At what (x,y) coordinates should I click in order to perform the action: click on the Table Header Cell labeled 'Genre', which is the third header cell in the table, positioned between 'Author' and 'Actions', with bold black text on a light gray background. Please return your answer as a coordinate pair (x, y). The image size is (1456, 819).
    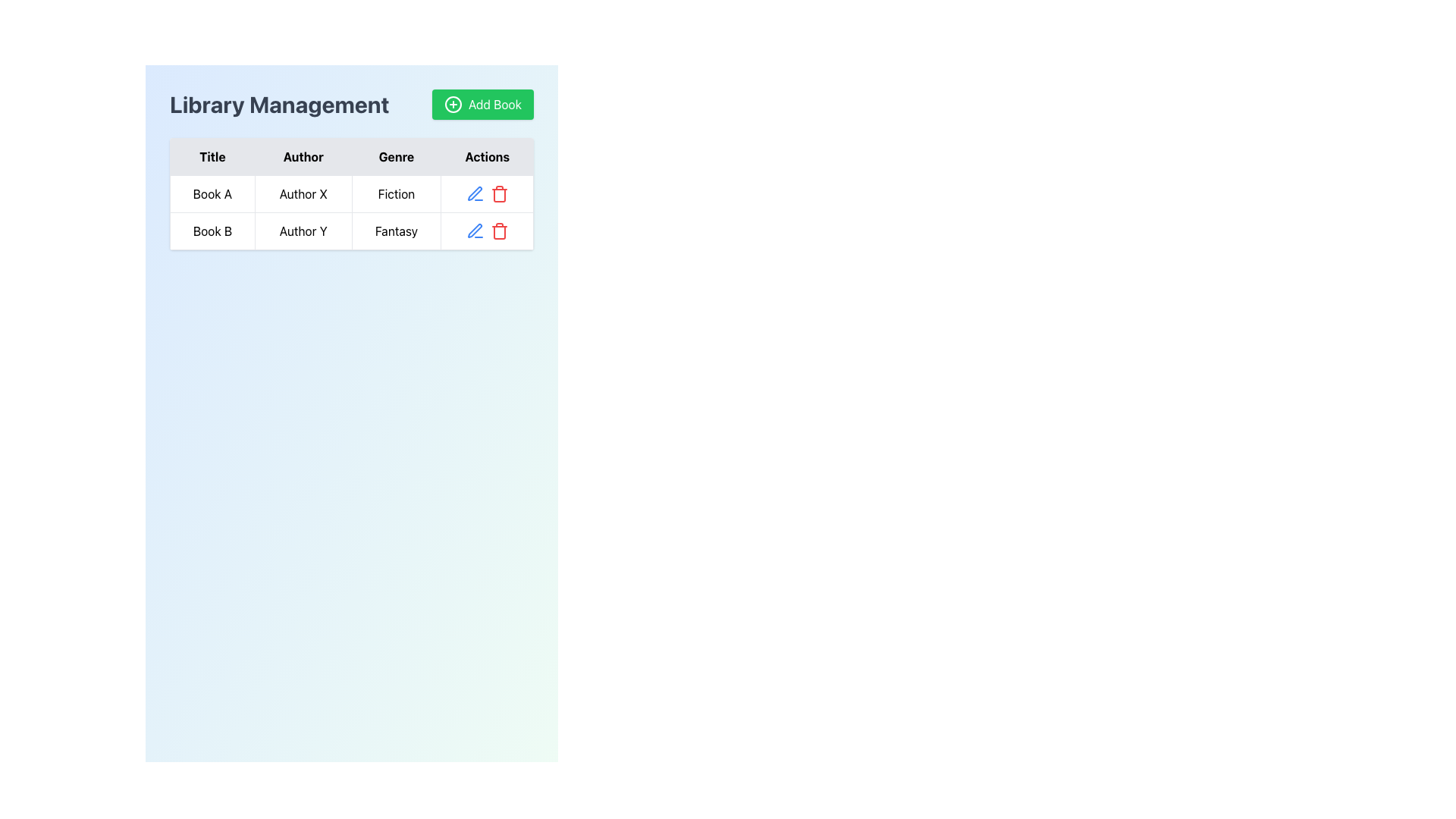
    Looking at the image, I should click on (397, 157).